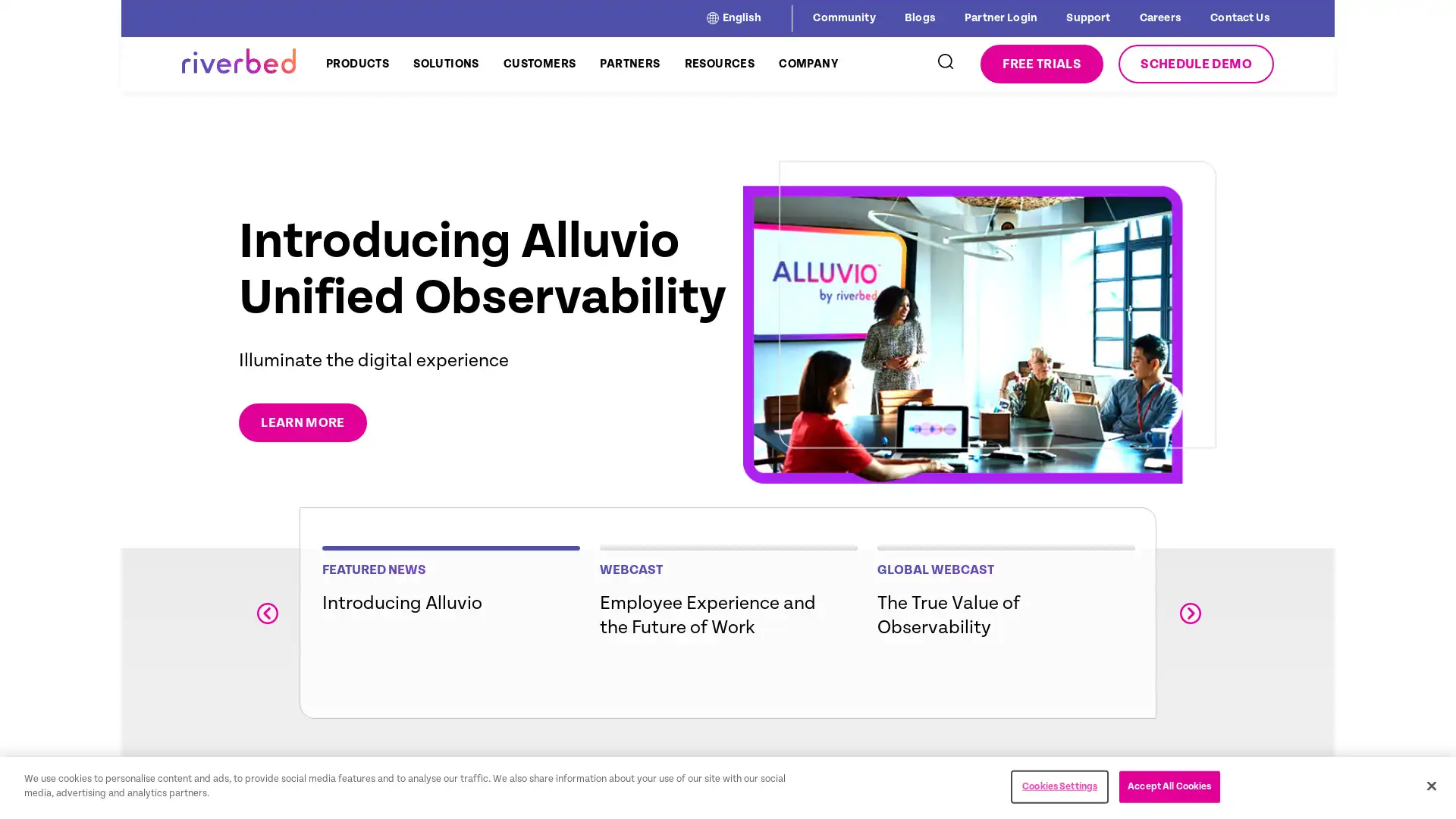  What do you see at coordinates (266, 611) in the screenshot?
I see `Previous` at bounding box center [266, 611].